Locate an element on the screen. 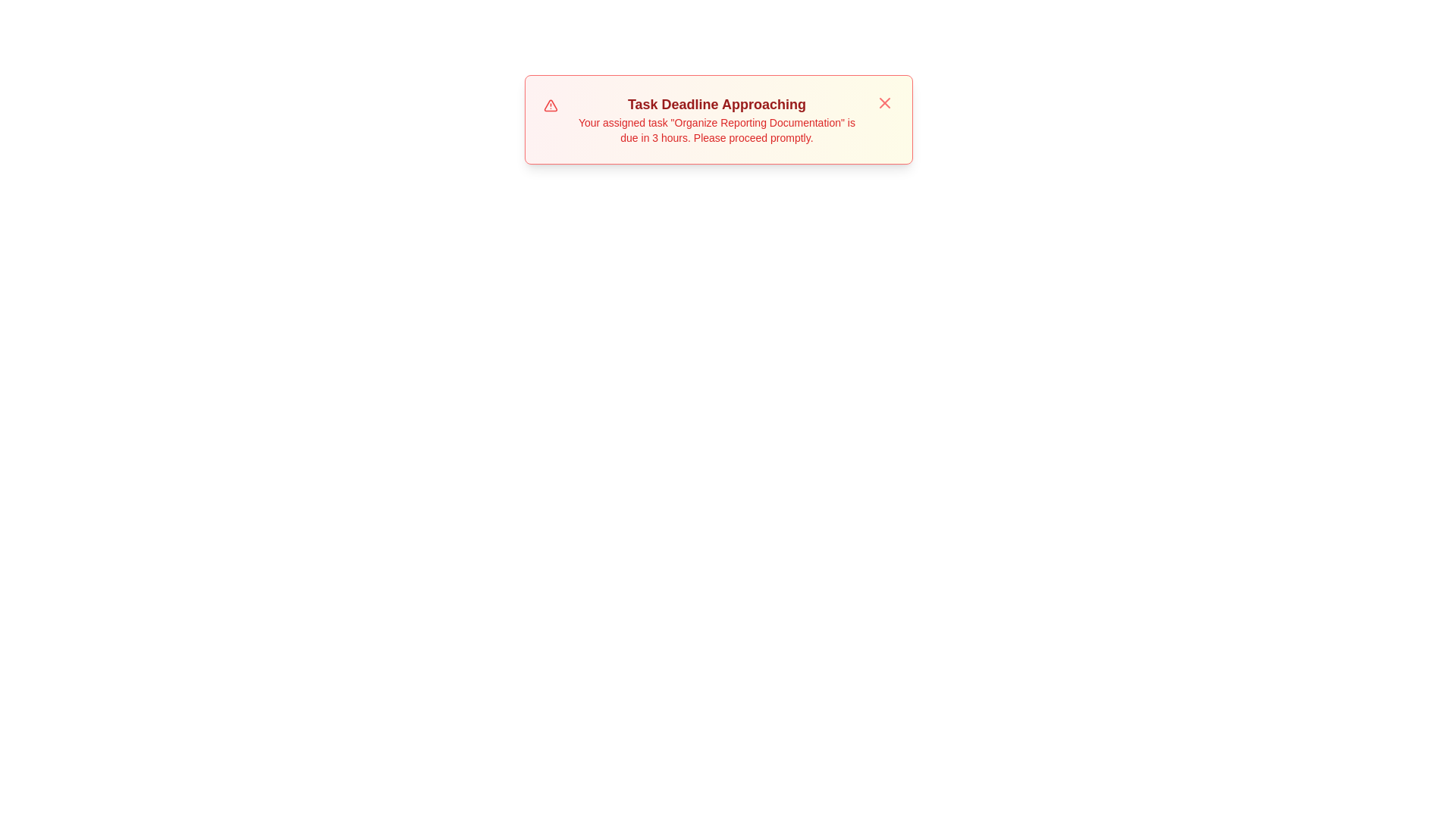 The height and width of the screenshot is (819, 1456). the warning icon located at the top-left corner of the notification card, which is visually signifying a warning or alert is located at coordinates (550, 105).